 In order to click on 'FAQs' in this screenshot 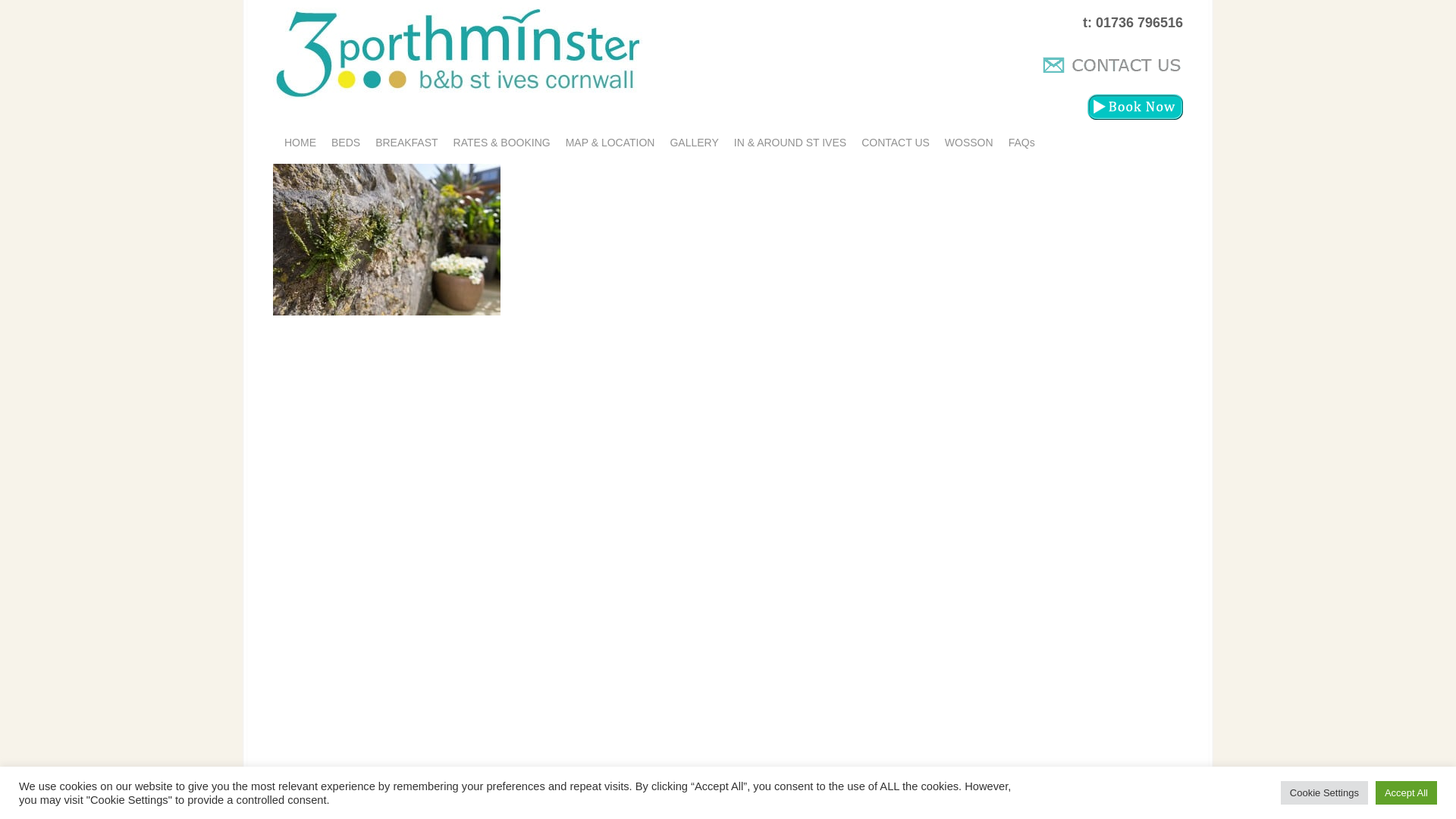, I will do `click(1001, 143)`.